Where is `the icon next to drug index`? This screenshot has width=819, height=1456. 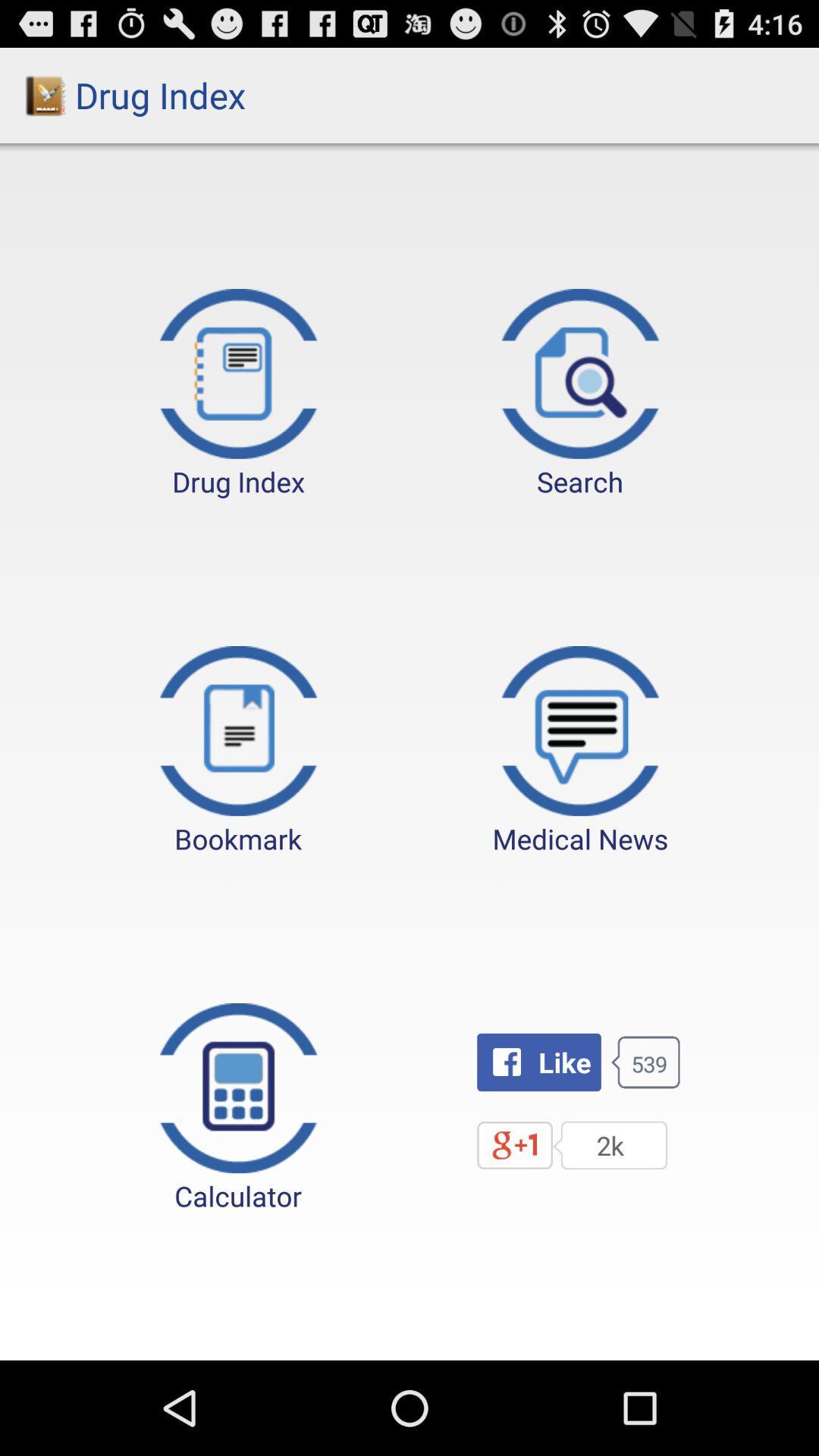 the icon next to drug index is located at coordinates (580, 394).